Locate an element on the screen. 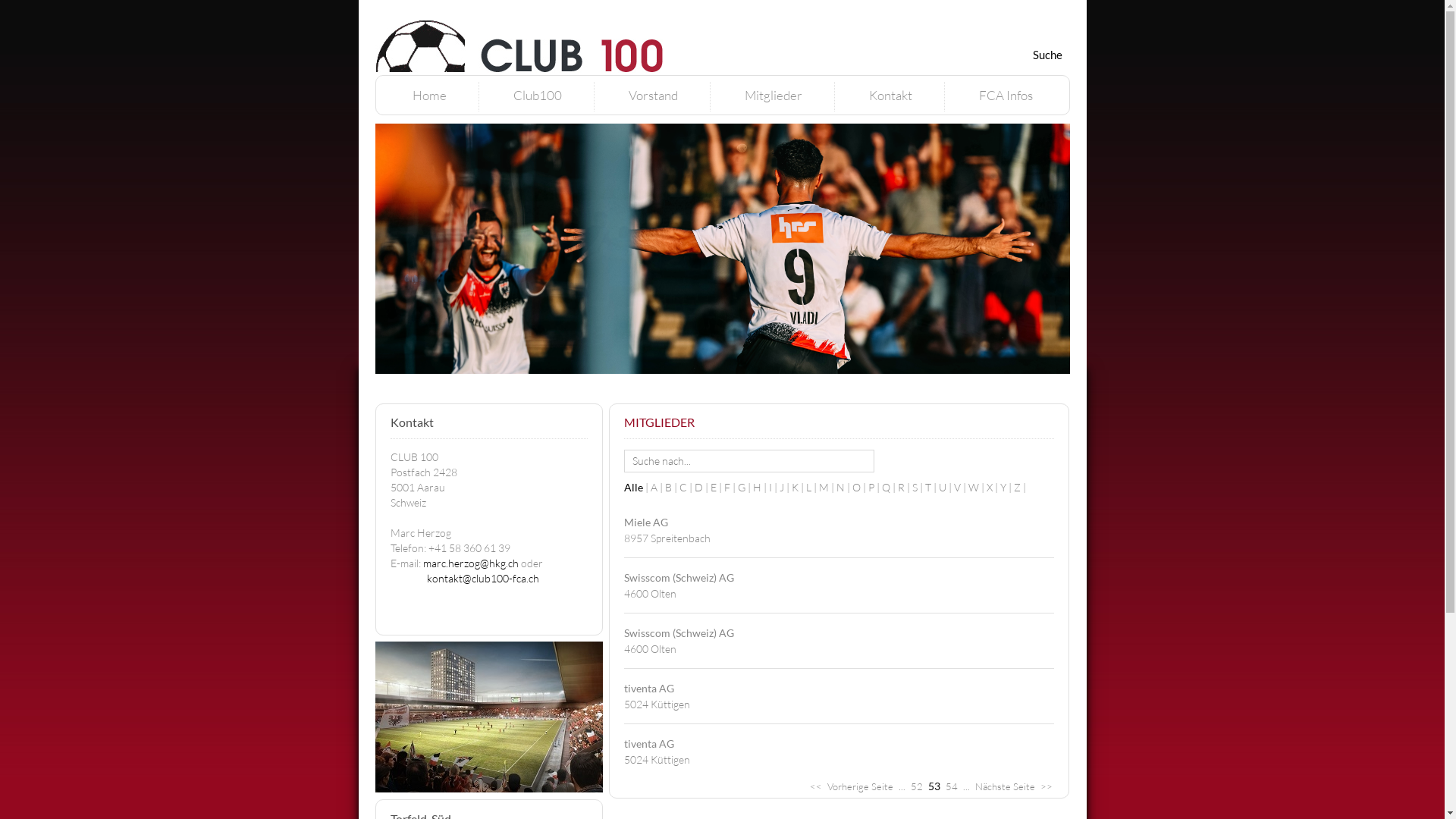 This screenshot has width=1456, height=819. 'W' is located at coordinates (967, 487).